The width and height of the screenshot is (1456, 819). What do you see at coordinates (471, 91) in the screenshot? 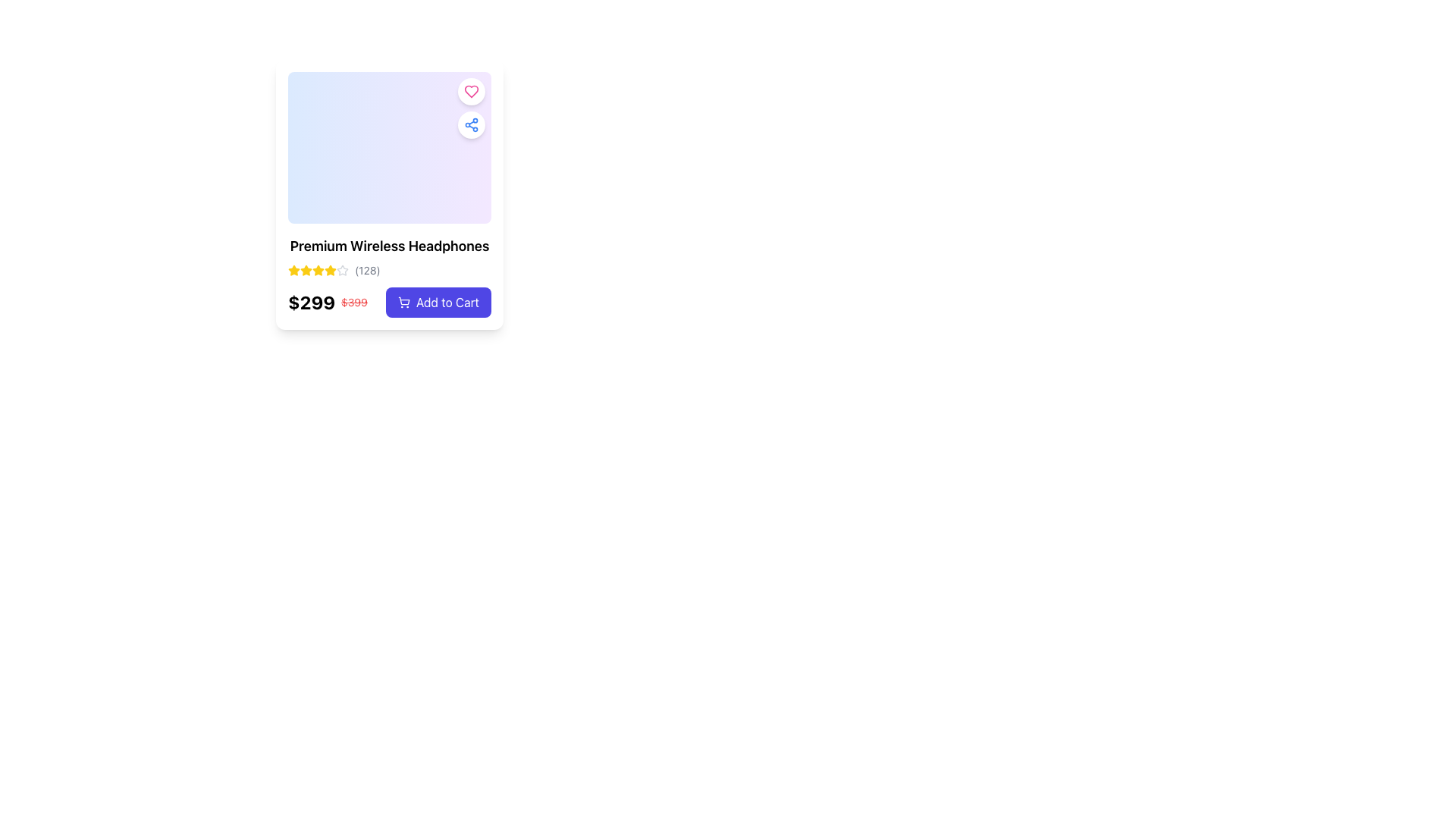
I see `the heart-shaped icon filled with pink color at the top-right corner of the product card interface to favorite the item` at bounding box center [471, 91].